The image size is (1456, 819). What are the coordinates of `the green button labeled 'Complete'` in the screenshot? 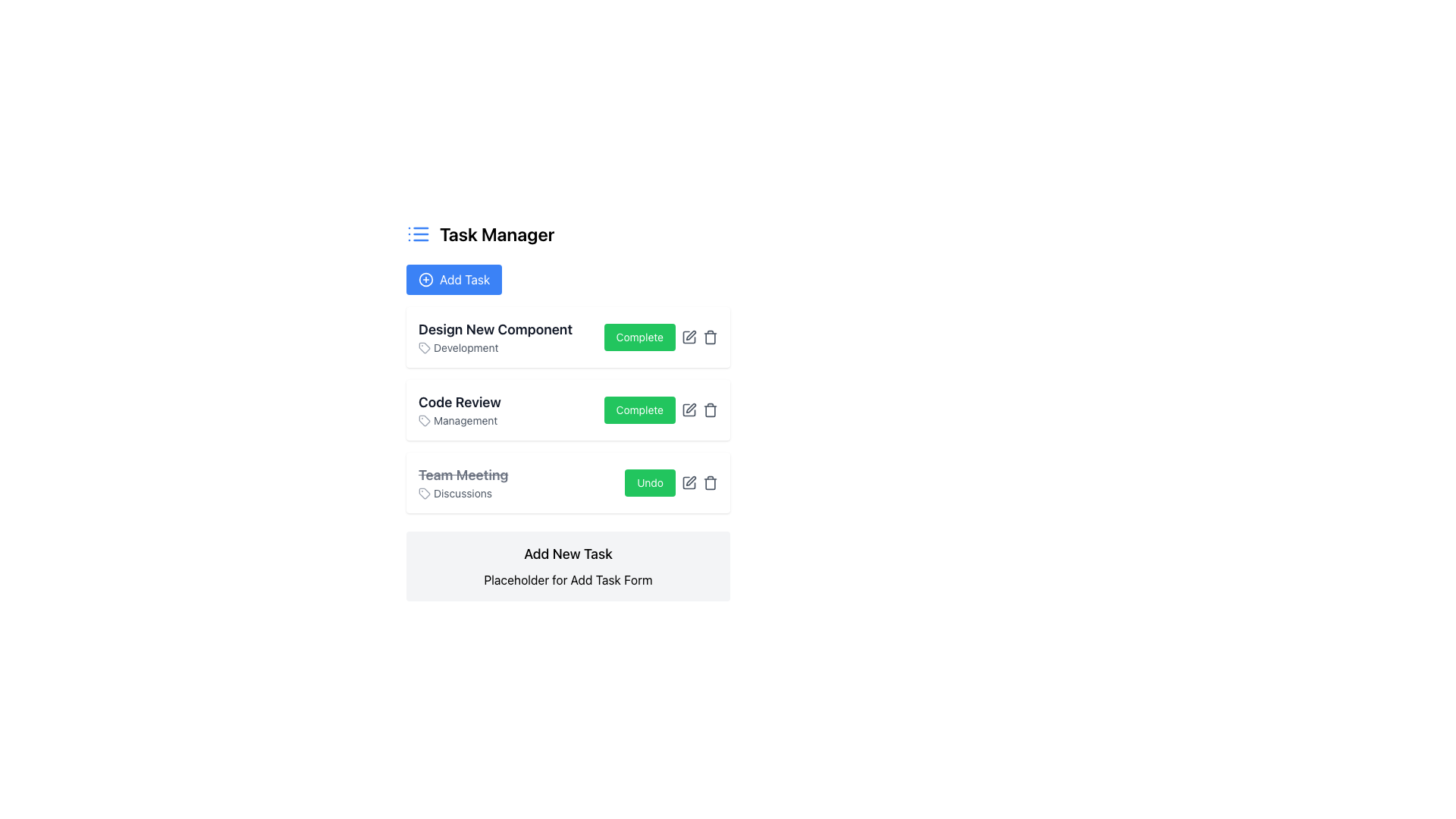 It's located at (639, 409).